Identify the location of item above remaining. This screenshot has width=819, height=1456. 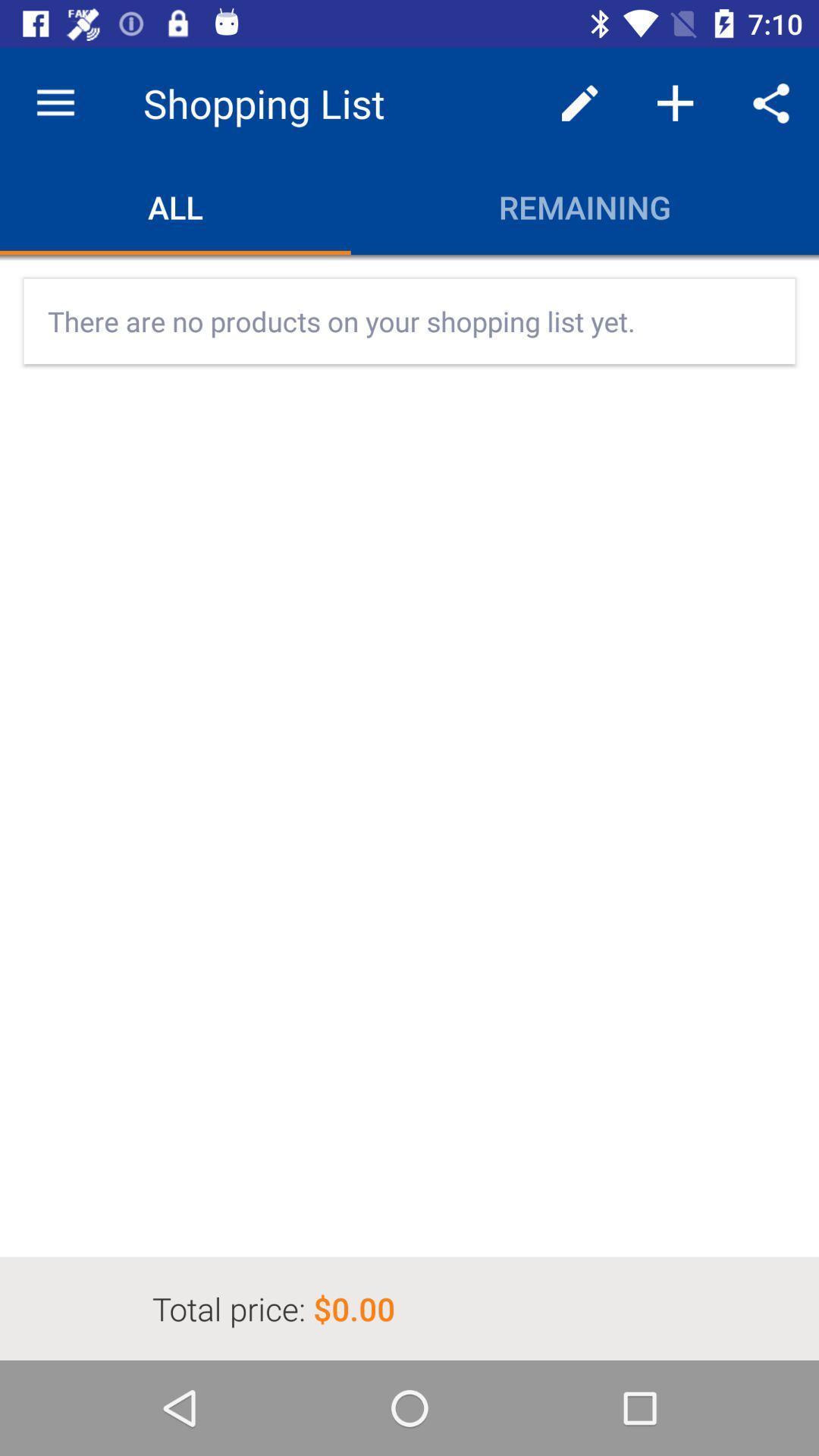
(675, 102).